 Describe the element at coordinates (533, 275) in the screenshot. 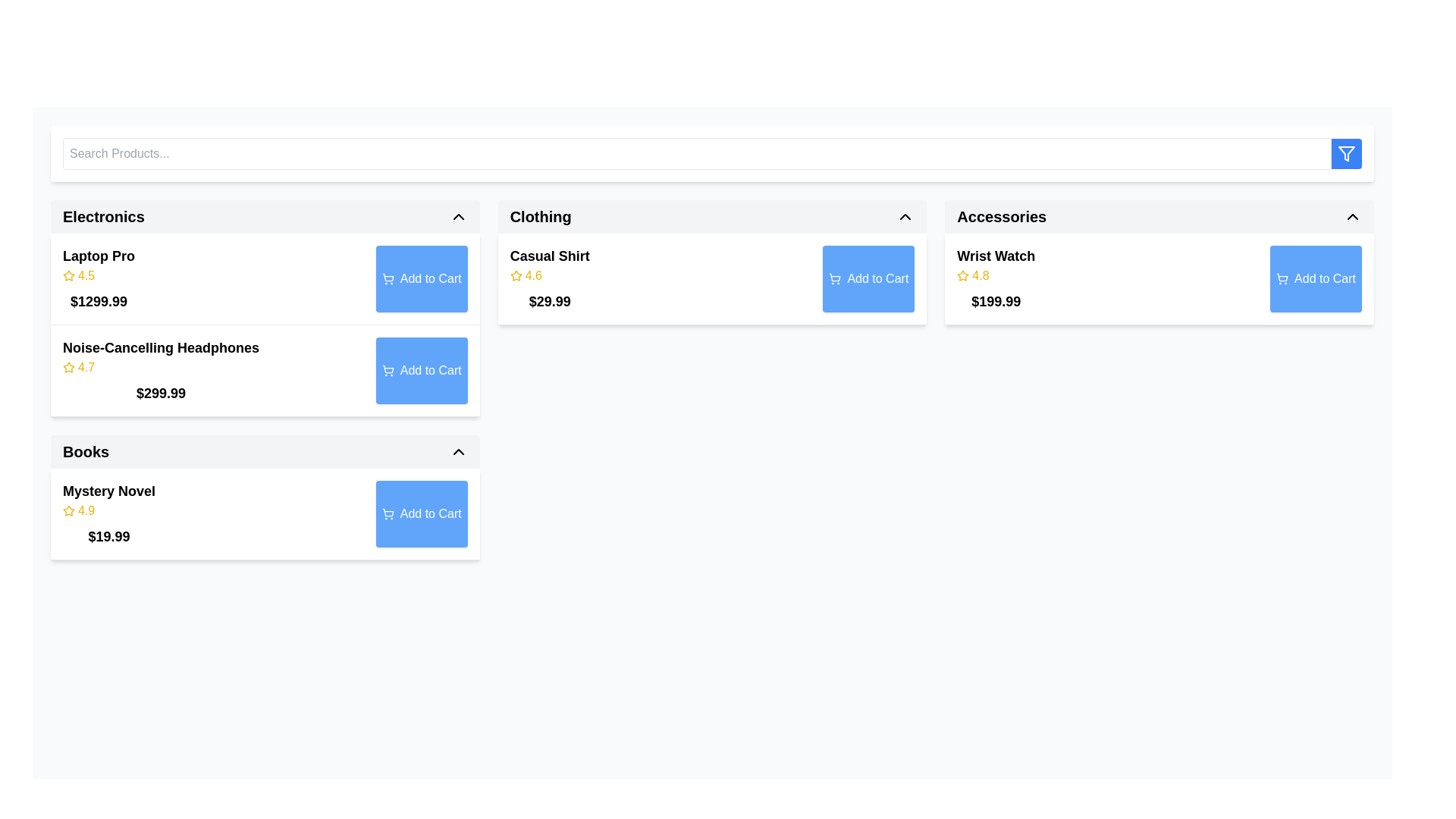

I see `the numerical text displaying '4.6' which is located to the right of a yellow star icon in the rating section for the 'Casual Shirt' product under the 'Clothing' category` at that location.